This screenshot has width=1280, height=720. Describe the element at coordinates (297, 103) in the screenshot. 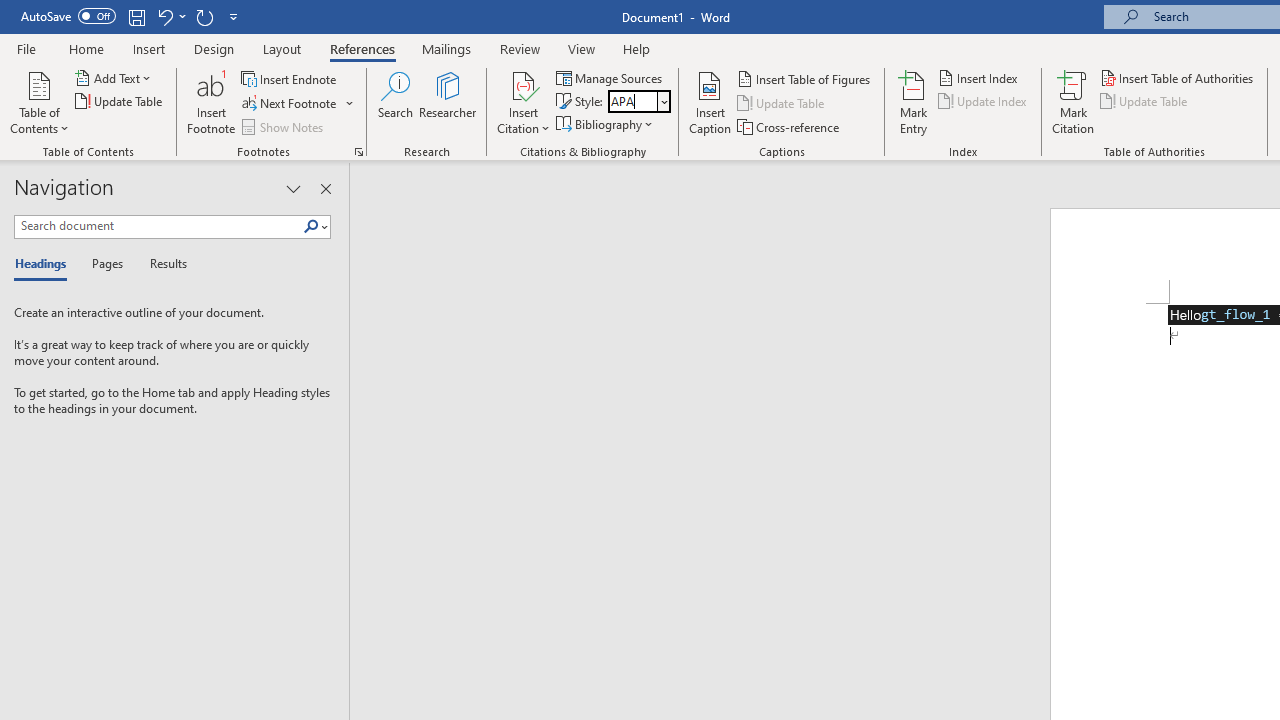

I see `'Next Footnote'` at that location.